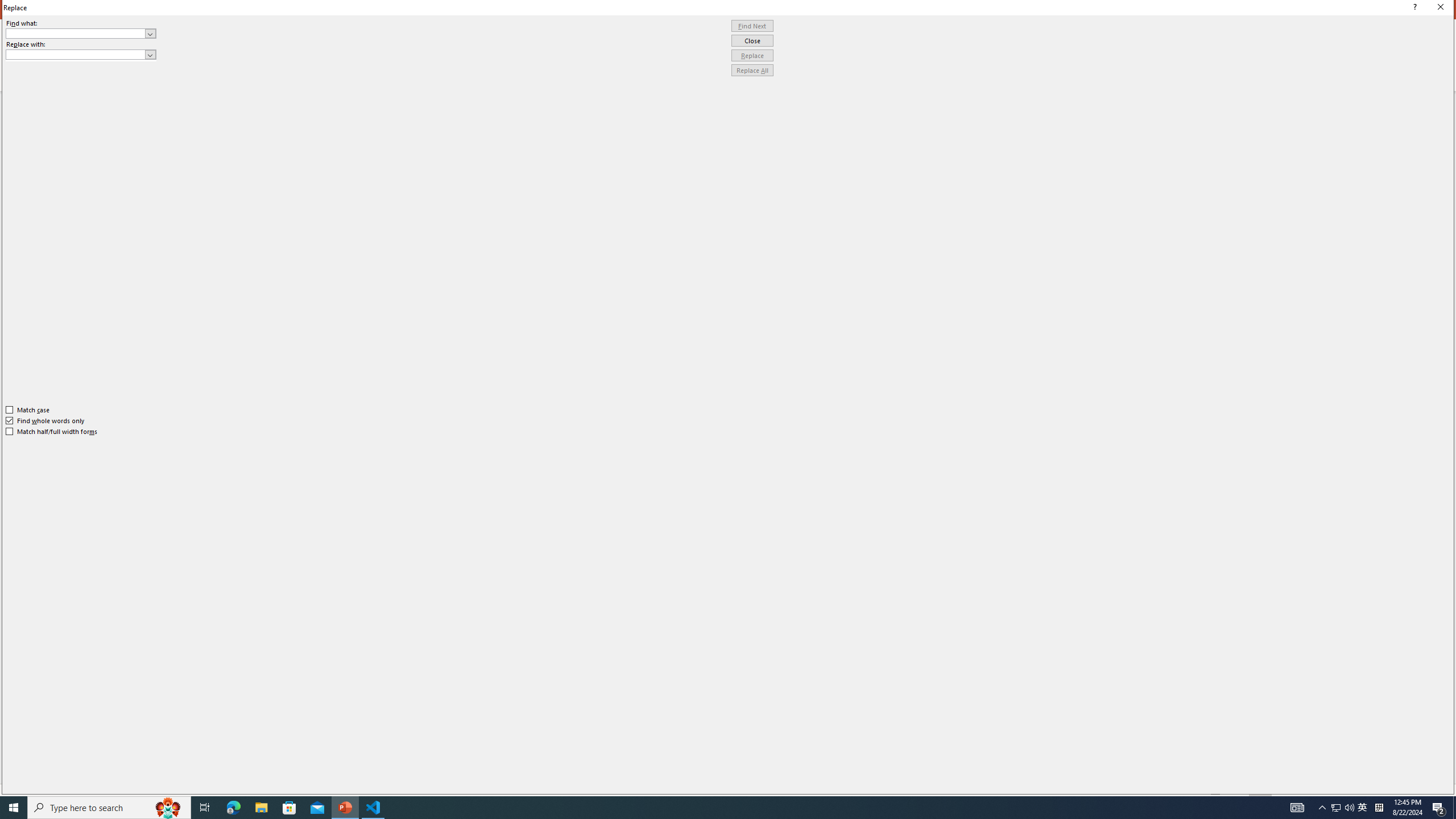  What do you see at coordinates (76, 54) in the screenshot?
I see `'Replace with'` at bounding box center [76, 54].